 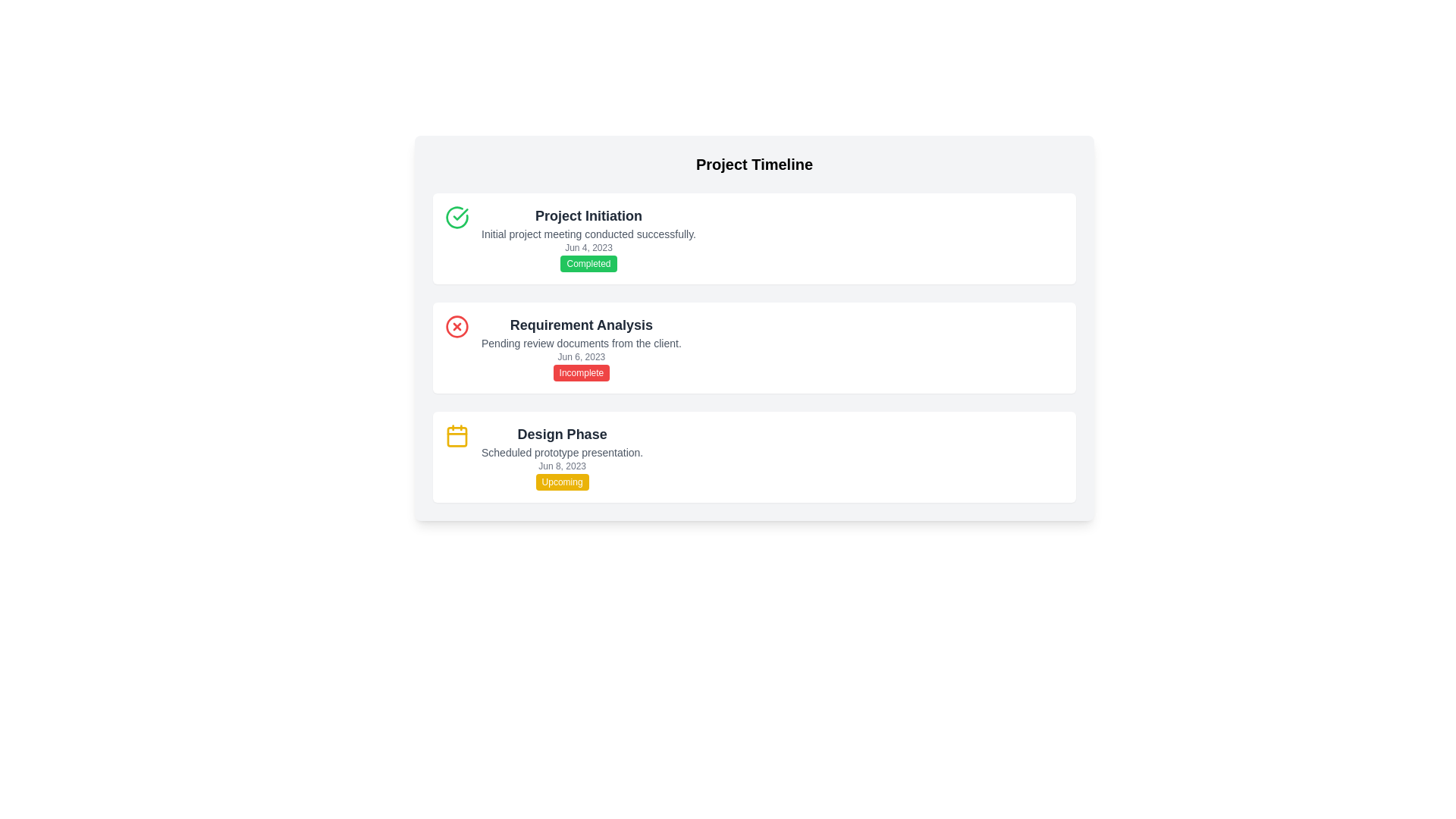 I want to click on the text label displaying 'Jun 6, 2023', which is positioned below the description text and above the 'Incomplete' badge in the 'Requirement Analysis' section of the task timeline display, so click(x=580, y=356).